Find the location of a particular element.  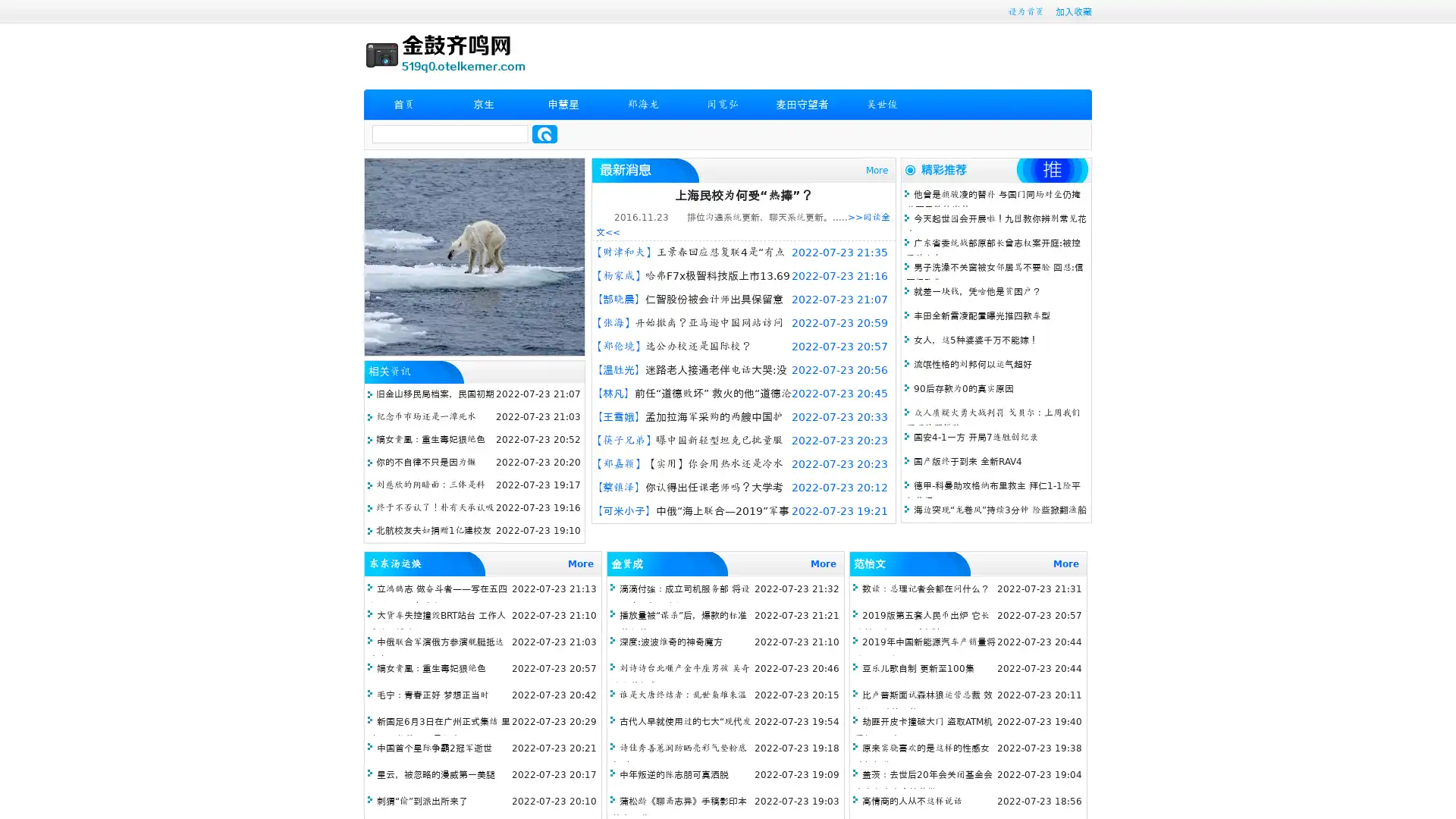

Search is located at coordinates (544, 133).